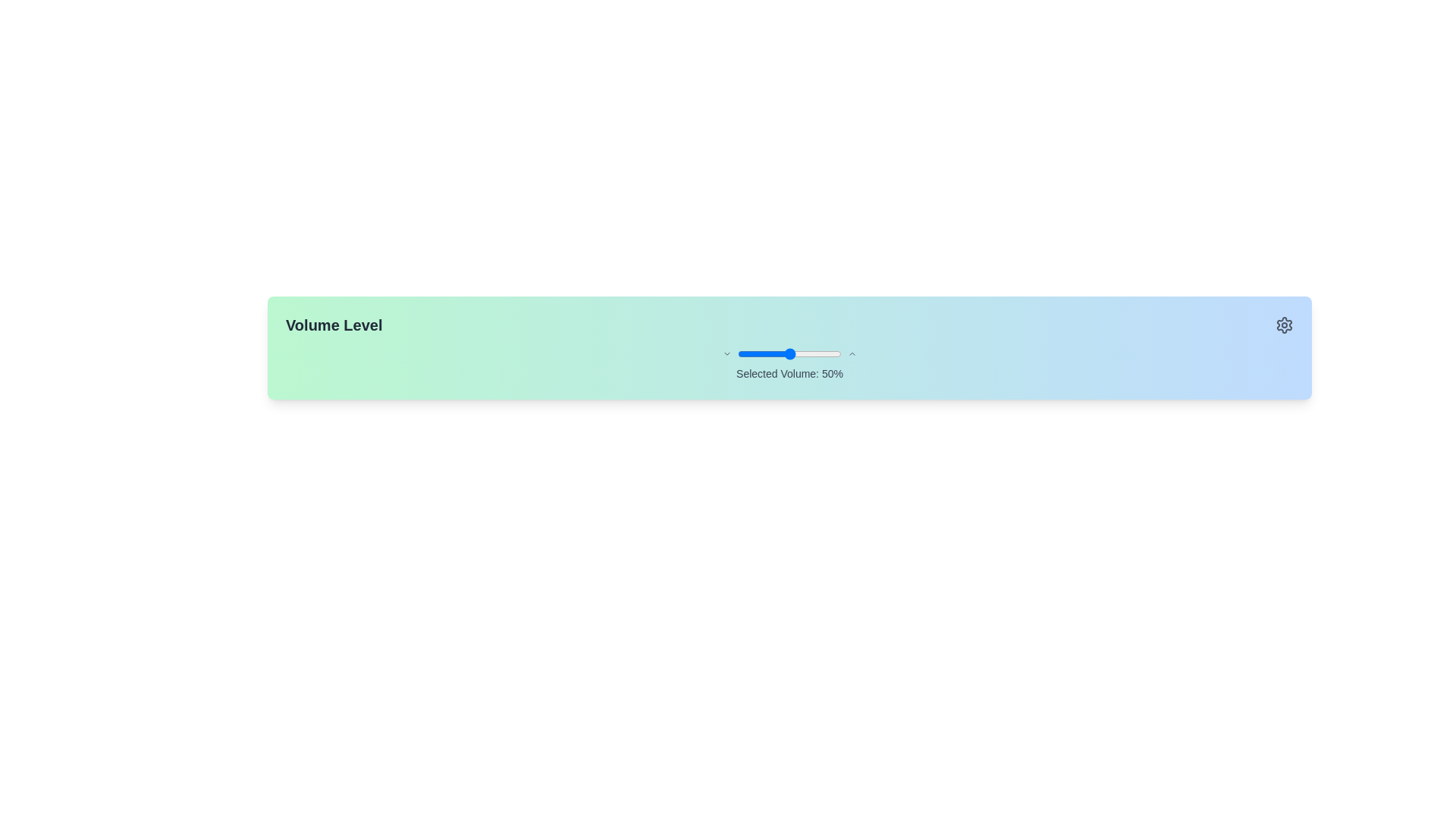 This screenshot has height=819, width=1456. What do you see at coordinates (1284, 324) in the screenshot?
I see `the cogwheel-shaped Settings icon located in the top-right corner of the interface` at bounding box center [1284, 324].